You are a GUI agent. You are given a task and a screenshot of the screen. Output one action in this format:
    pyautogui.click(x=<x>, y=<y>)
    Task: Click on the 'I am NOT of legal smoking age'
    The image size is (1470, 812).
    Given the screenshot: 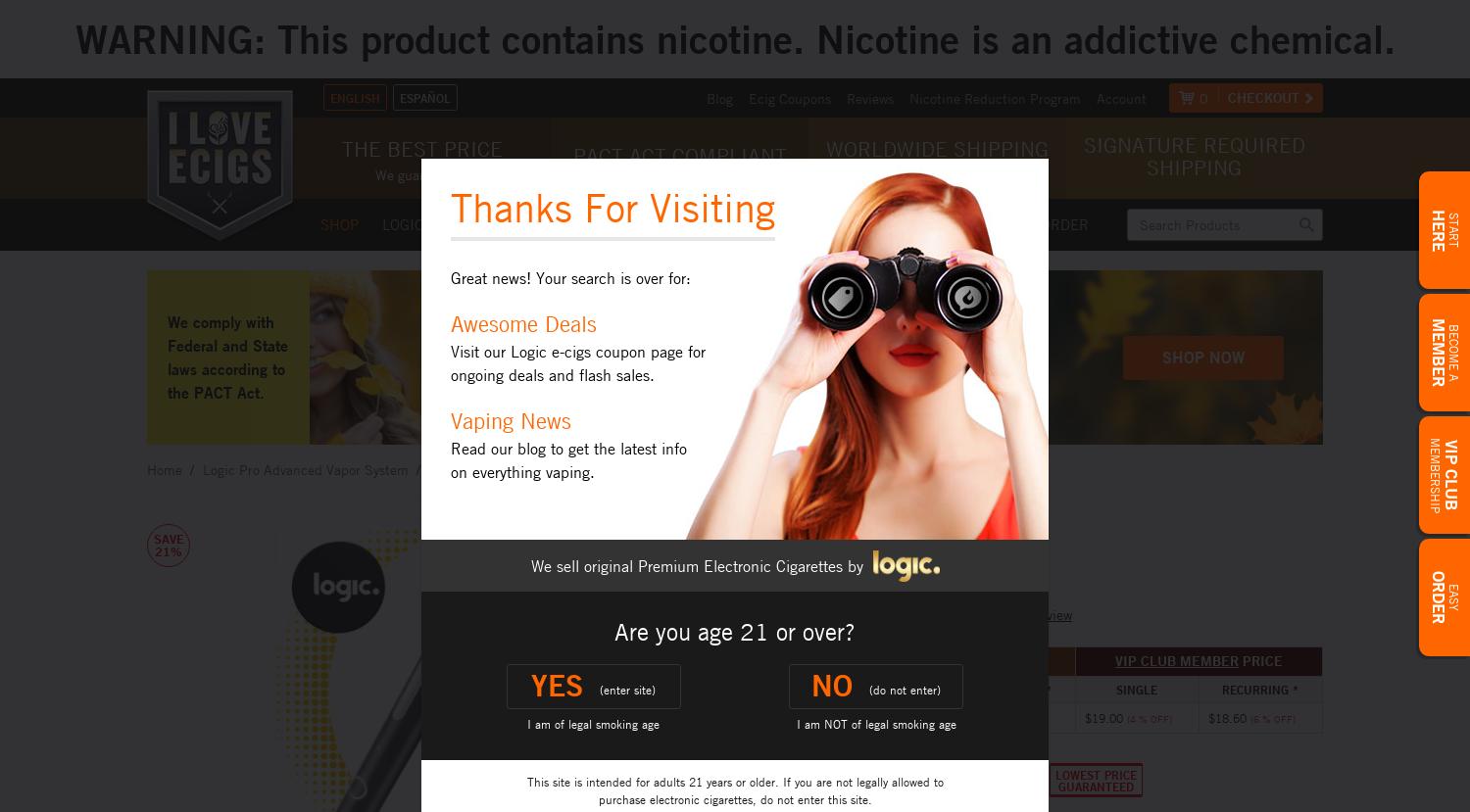 What is the action you would take?
    pyautogui.click(x=875, y=721)
    